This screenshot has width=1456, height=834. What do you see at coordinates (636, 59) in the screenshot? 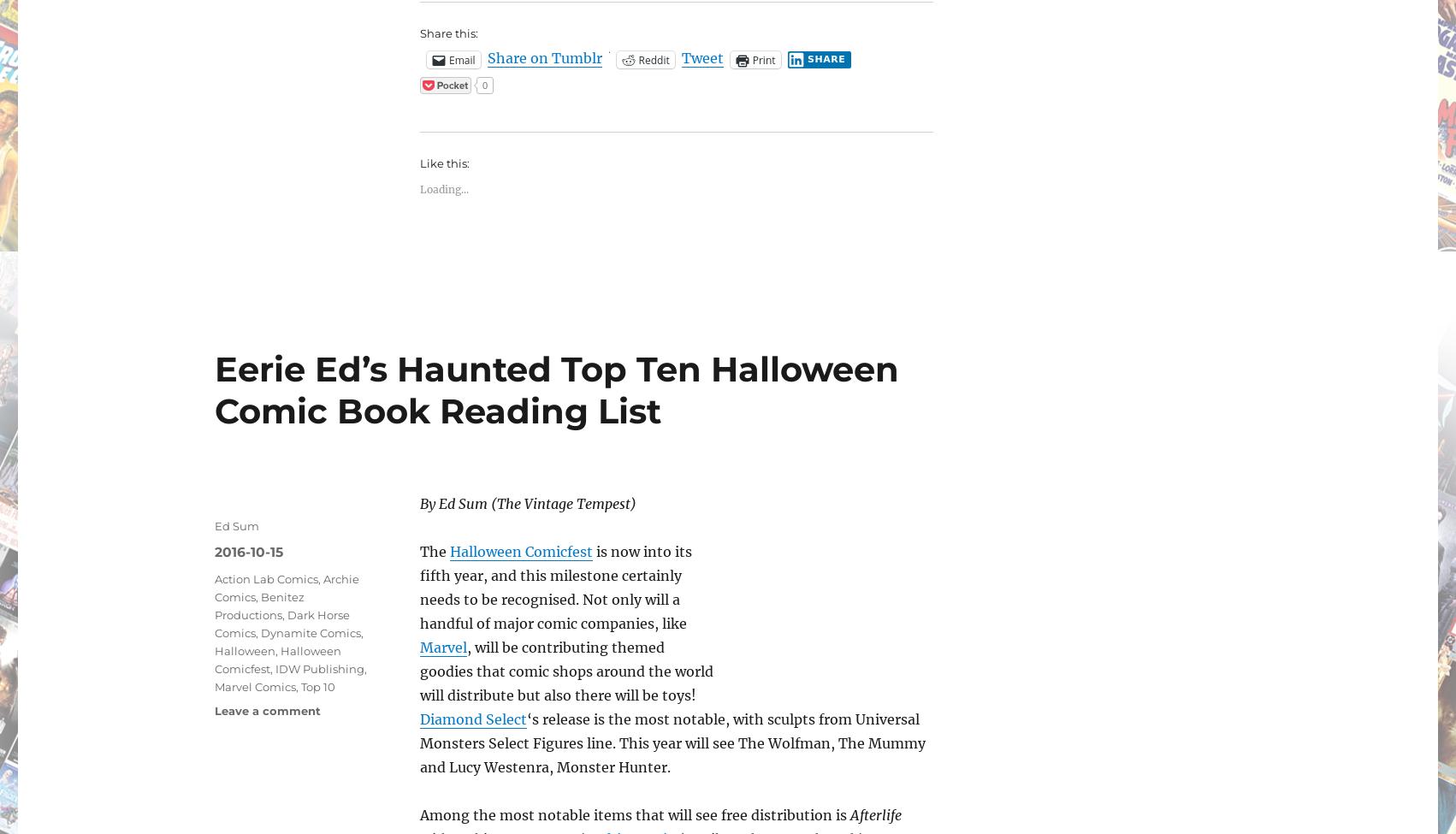
I see `'Reddit'` at bounding box center [636, 59].